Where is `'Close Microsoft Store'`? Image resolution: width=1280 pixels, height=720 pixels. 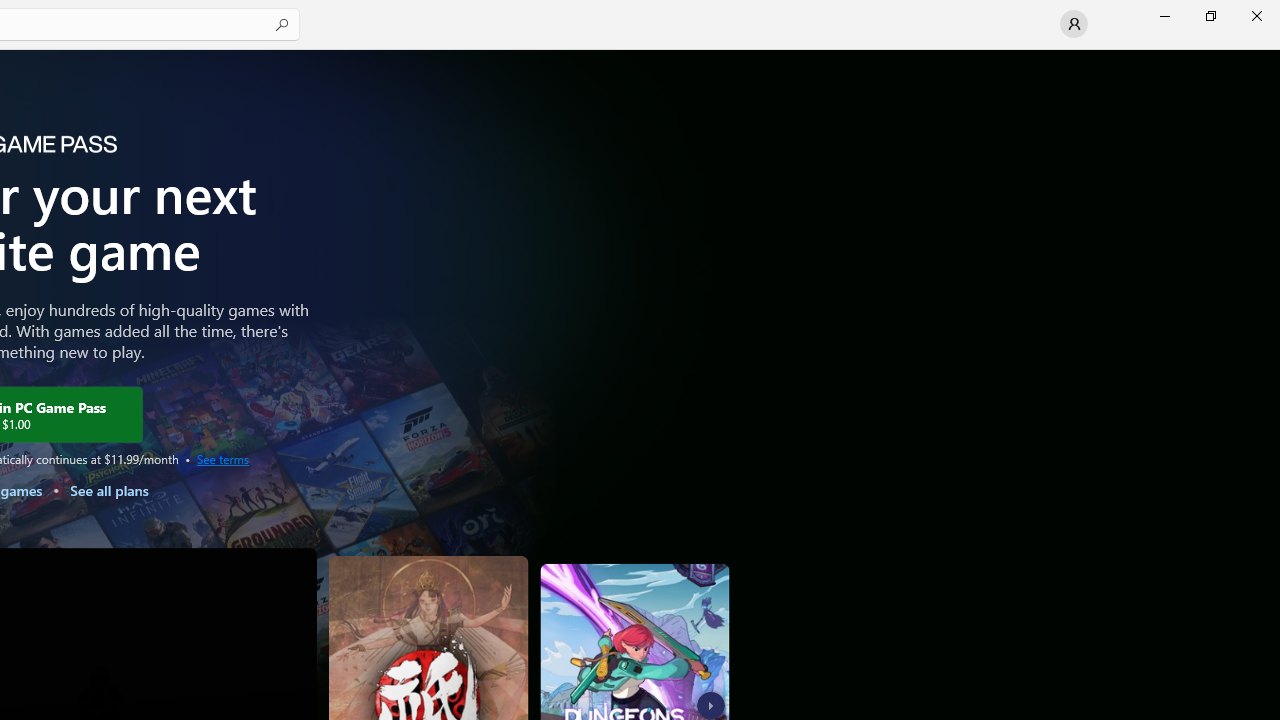 'Close Microsoft Store' is located at coordinates (1255, 15).